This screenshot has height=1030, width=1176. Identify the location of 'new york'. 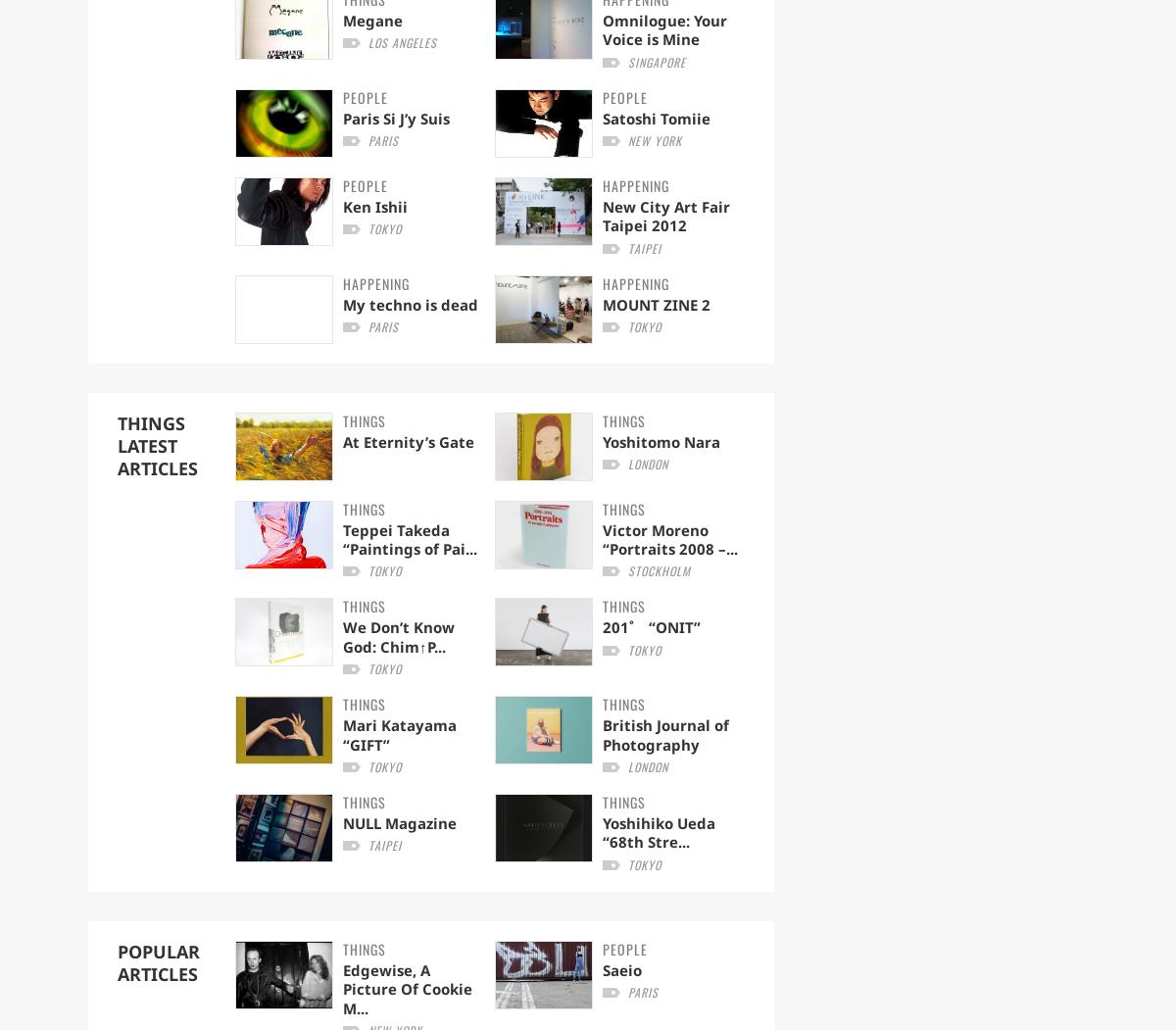
(655, 139).